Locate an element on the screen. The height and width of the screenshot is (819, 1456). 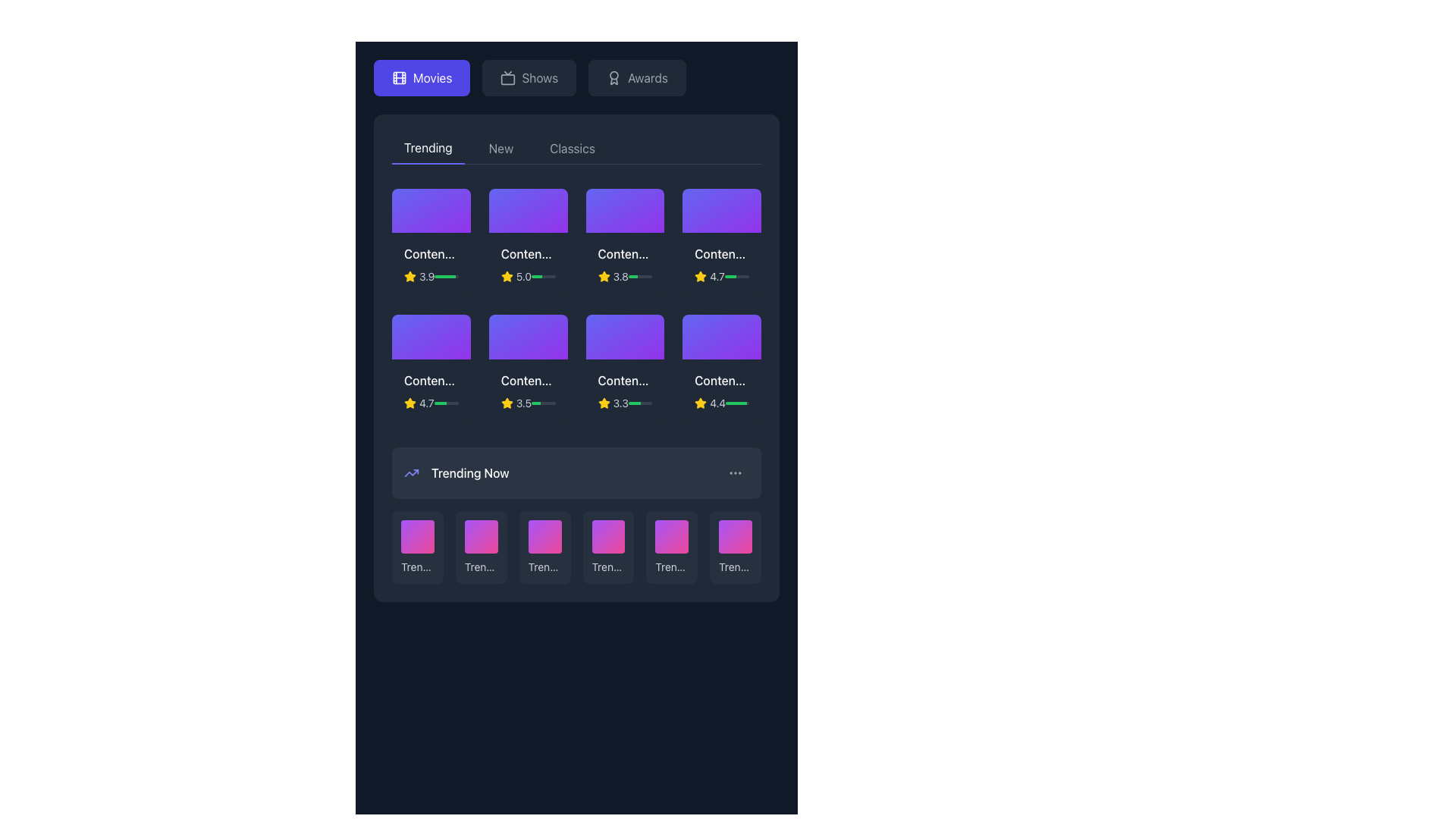
the play button located in the second row, first column of the 'Trending' section is located at coordinates (430, 336).